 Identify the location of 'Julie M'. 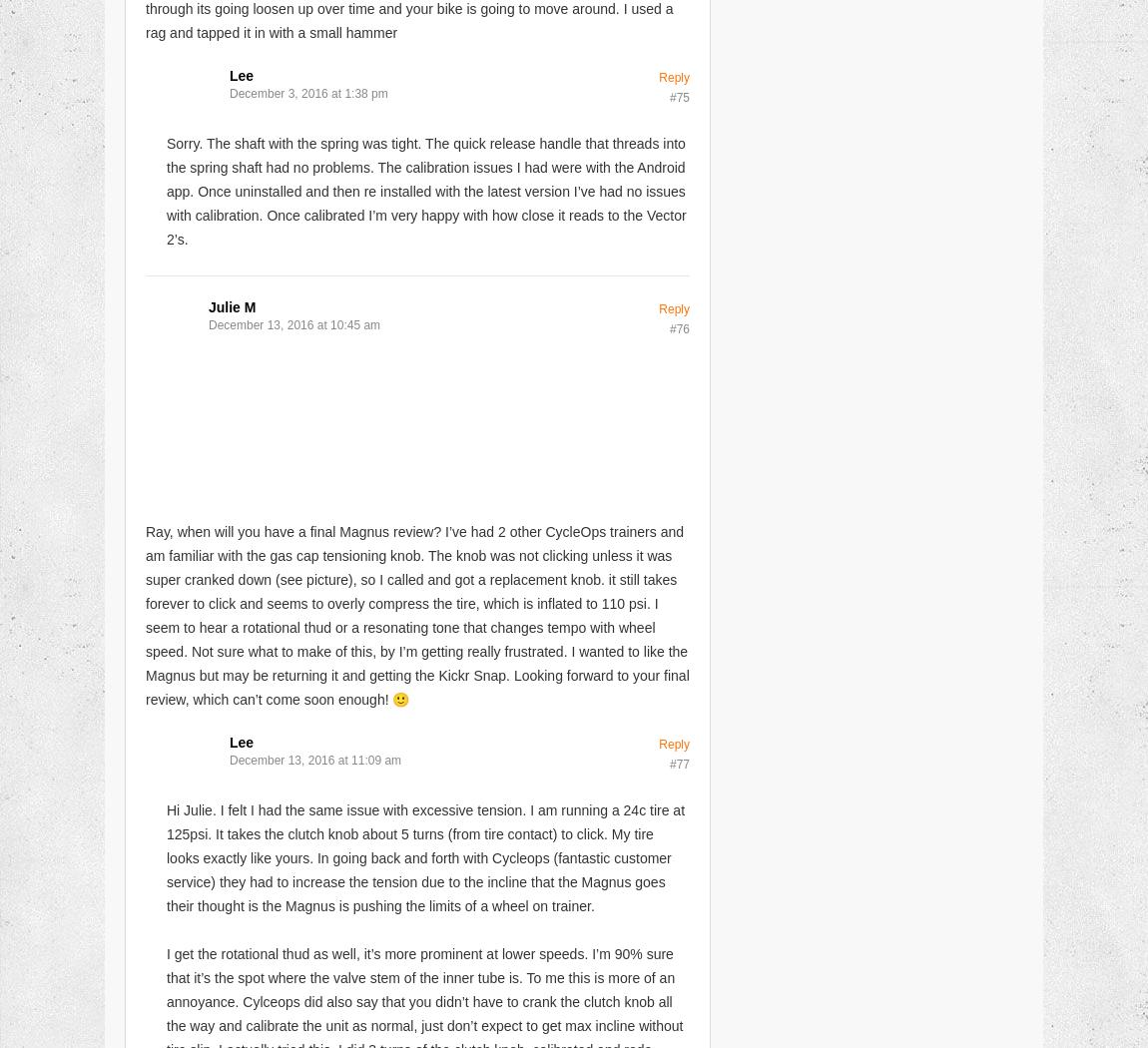
(207, 306).